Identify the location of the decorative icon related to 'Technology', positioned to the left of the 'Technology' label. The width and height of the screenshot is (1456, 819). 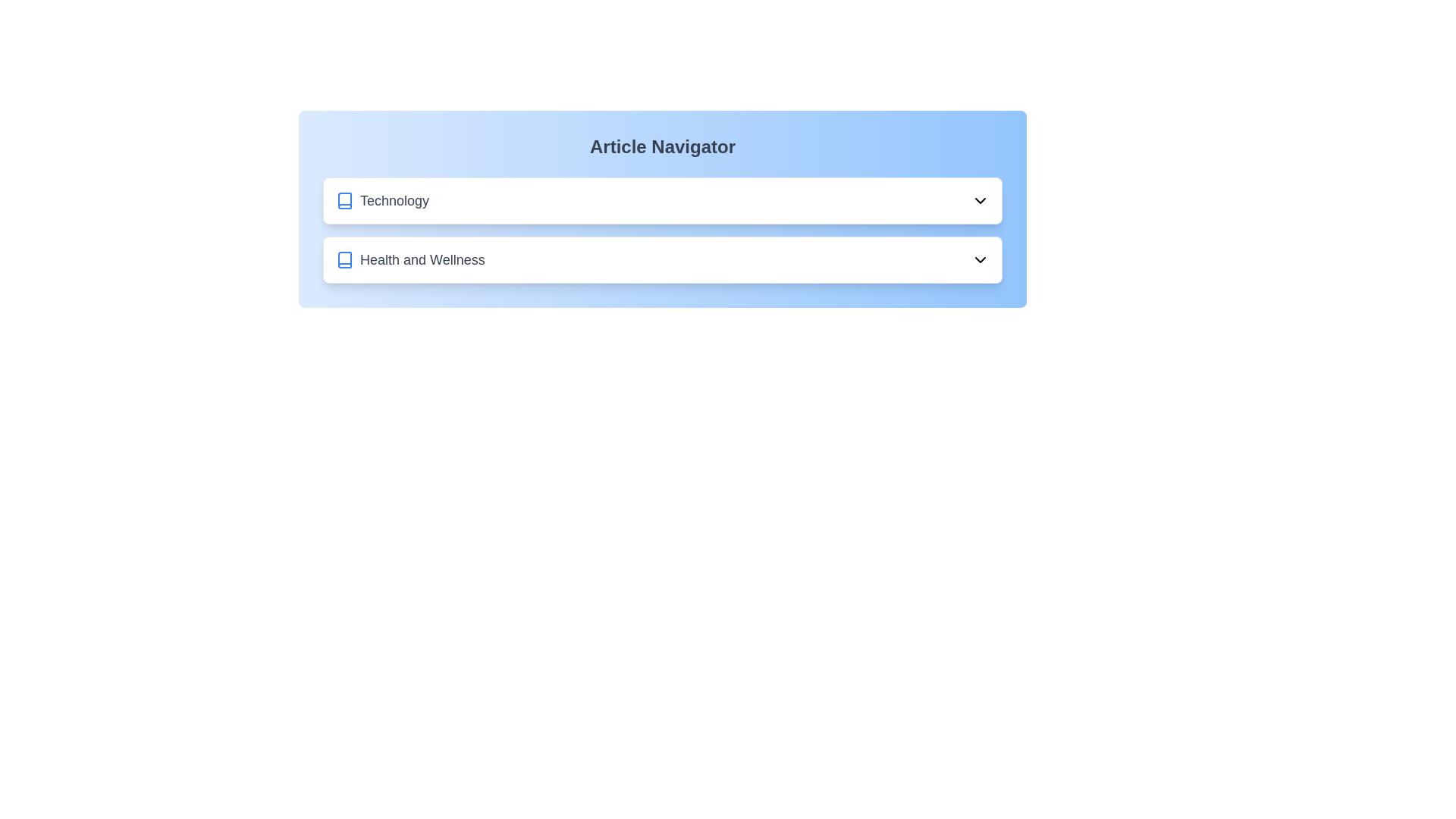
(344, 200).